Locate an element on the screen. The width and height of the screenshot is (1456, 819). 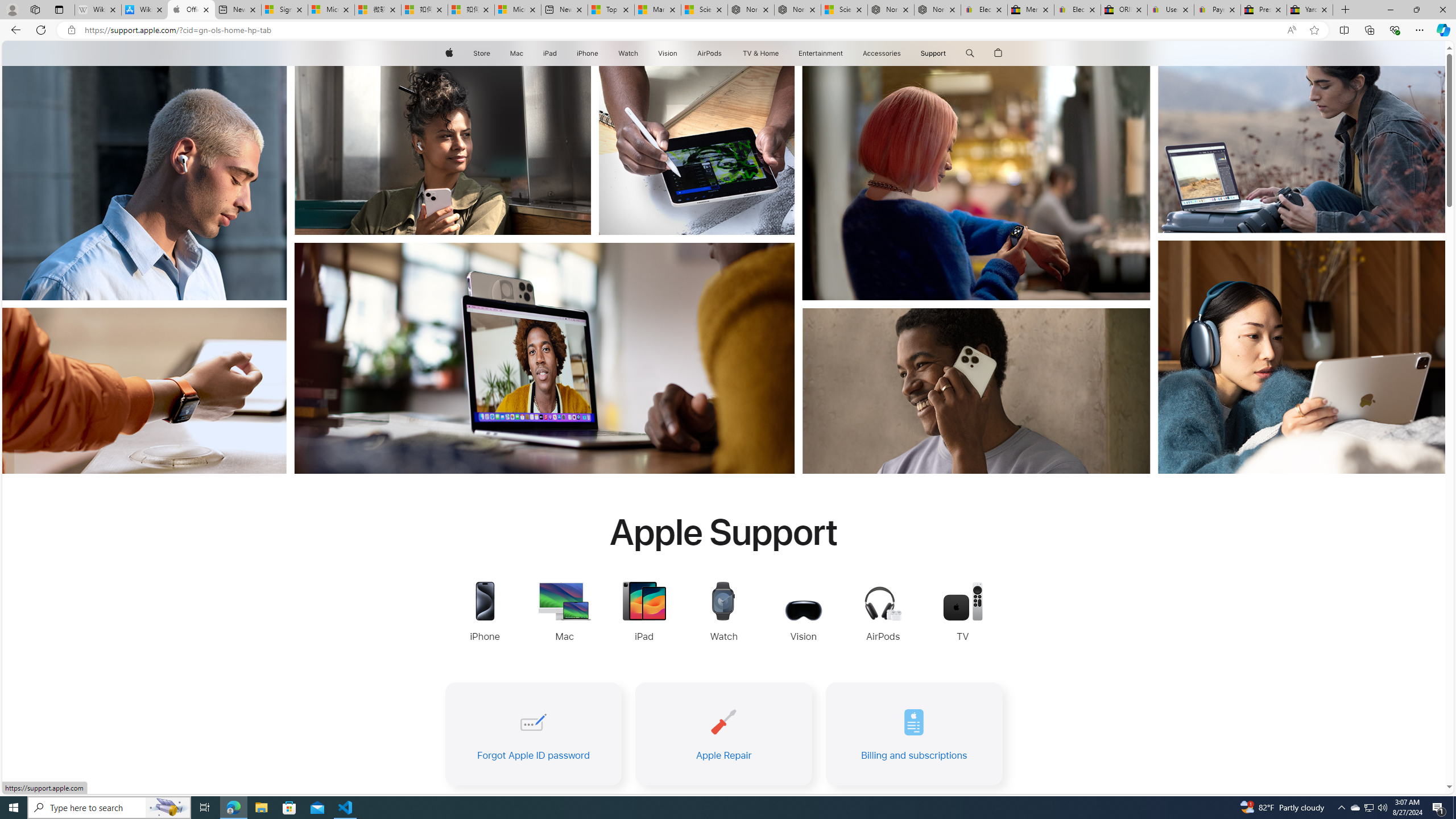
'Accessories menu' is located at coordinates (903, 53).